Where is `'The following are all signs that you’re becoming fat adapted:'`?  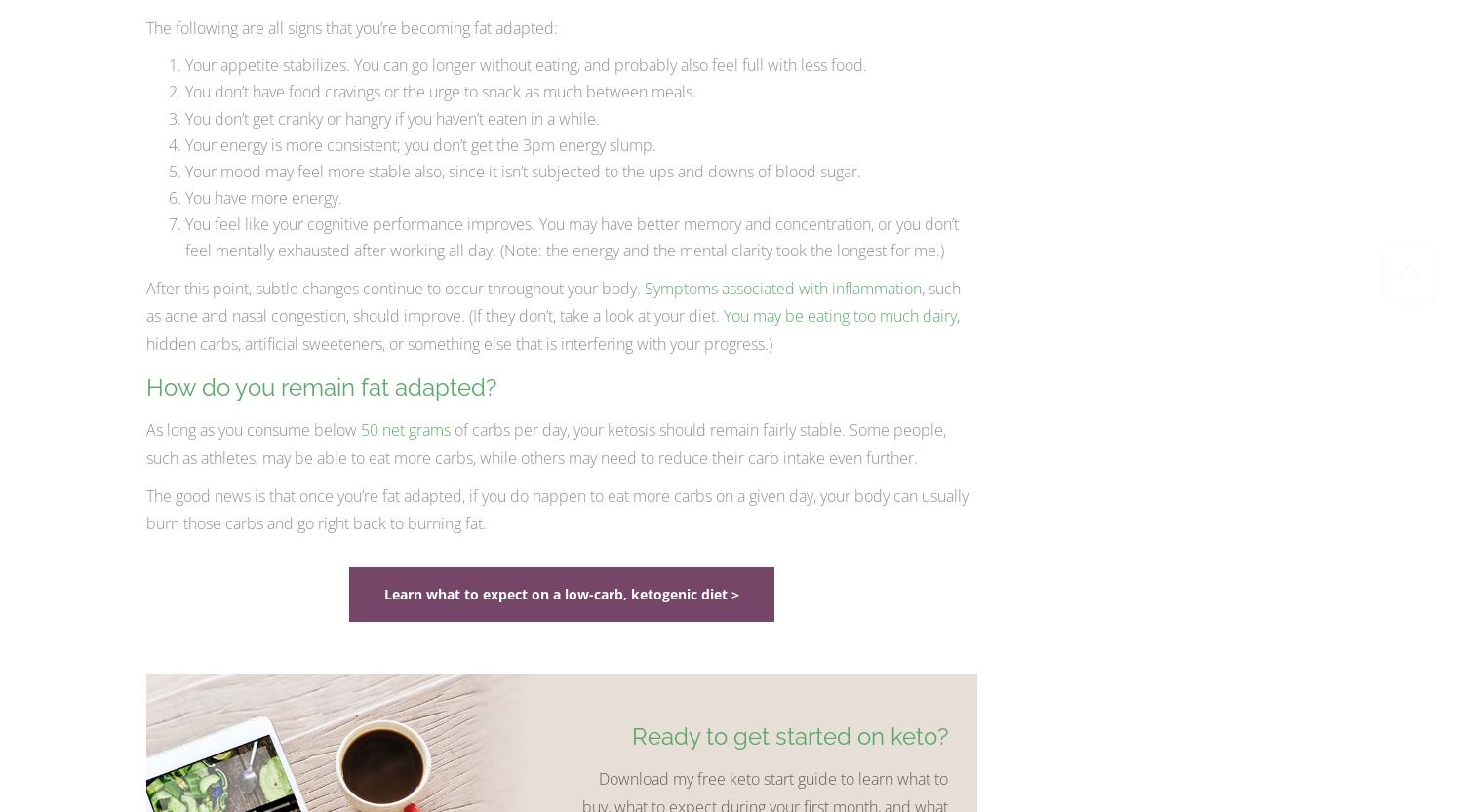
'The following are all signs that you’re becoming fat adapted:' is located at coordinates (351, 27).